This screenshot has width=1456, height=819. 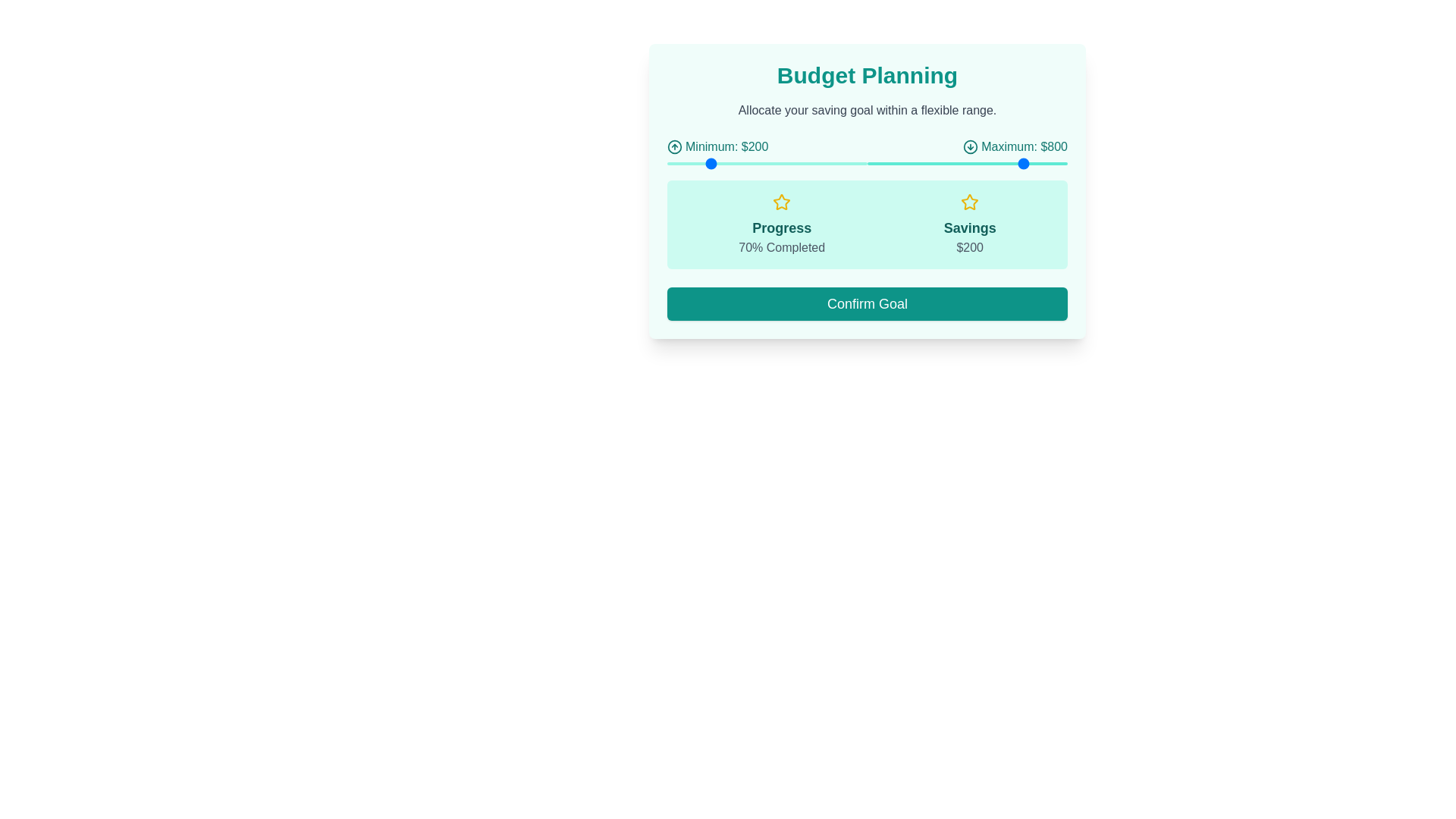 What do you see at coordinates (971, 146) in the screenshot?
I see `the Icon or Toggle Button located to the left of the 'Maximum: $800' label, which serves as an indicator or dropdown toggle for maximum value interaction` at bounding box center [971, 146].